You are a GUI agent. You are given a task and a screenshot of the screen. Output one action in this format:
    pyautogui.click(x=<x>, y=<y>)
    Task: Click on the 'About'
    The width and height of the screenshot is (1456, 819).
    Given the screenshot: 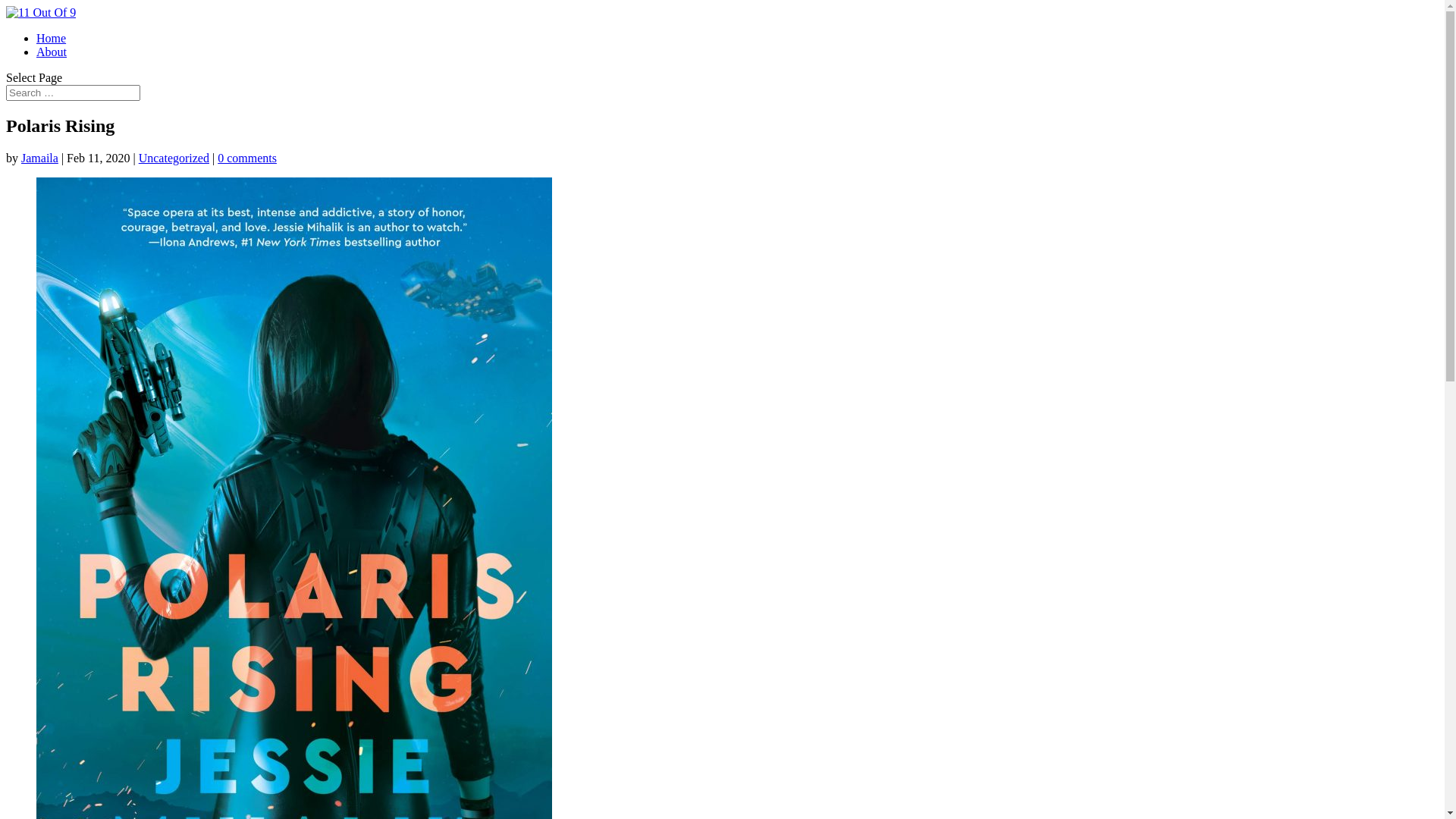 What is the action you would take?
    pyautogui.click(x=51, y=51)
    